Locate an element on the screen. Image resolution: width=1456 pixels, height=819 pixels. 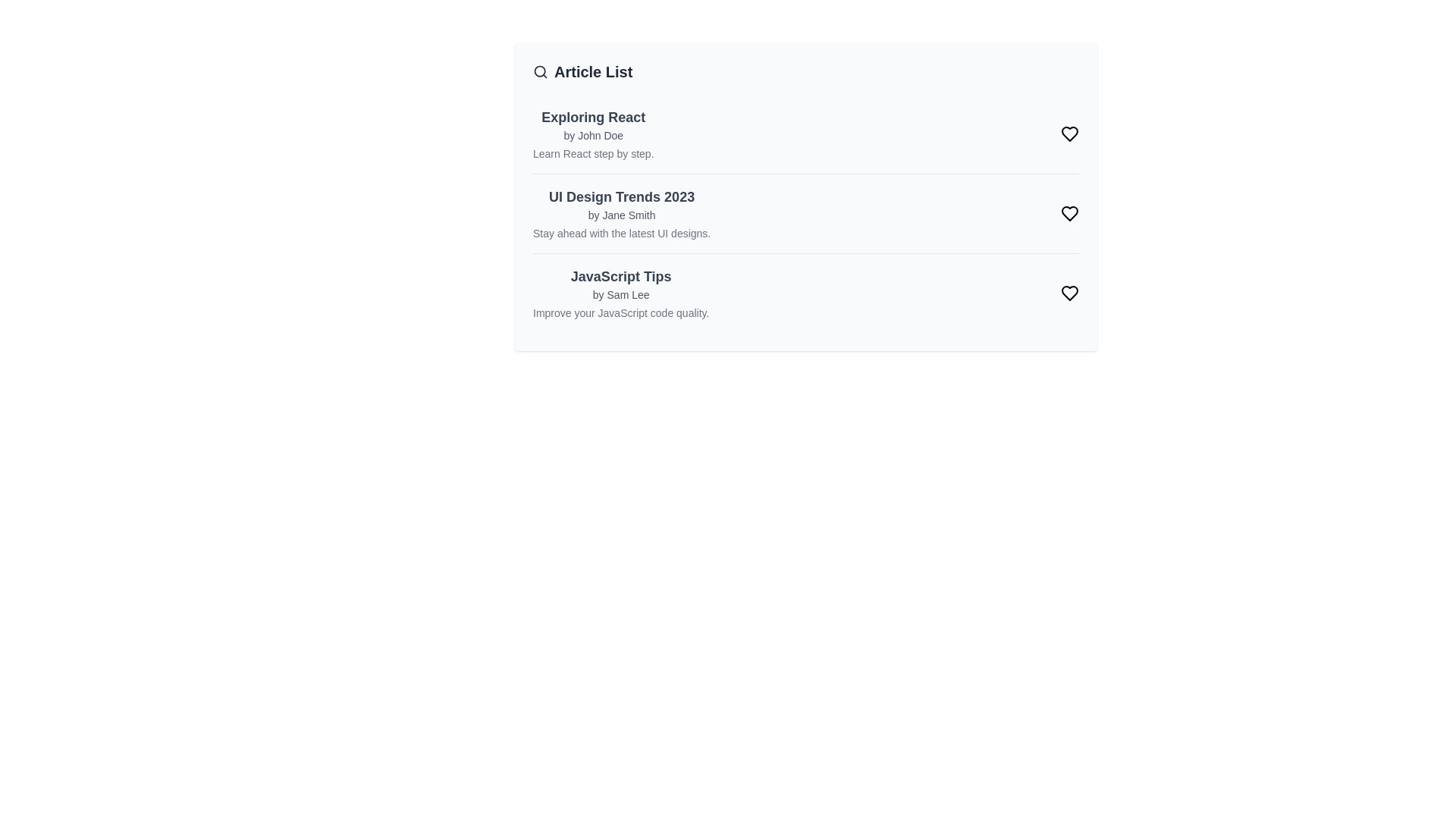
the article titled UI Design Trends 2023 to read its title and snippet is located at coordinates (622, 196).